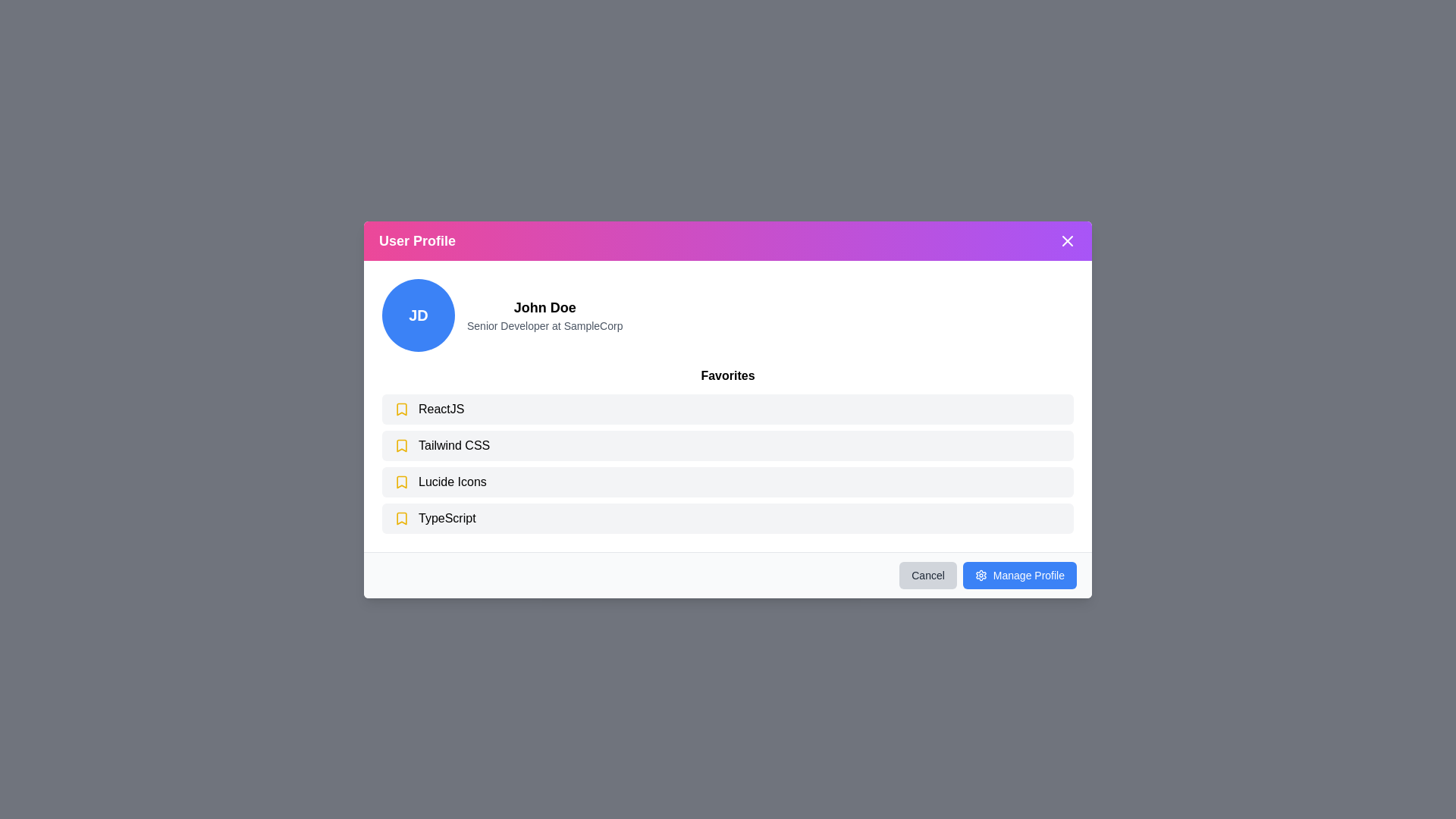 The height and width of the screenshot is (819, 1456). Describe the element at coordinates (401, 482) in the screenshot. I see `the bookmark icon representing 'Lucide Icons' in the 'Favorites' section of the 'User Profile' dialog, which is located at the start of the row labeled 'Lucide Icons'` at that location.